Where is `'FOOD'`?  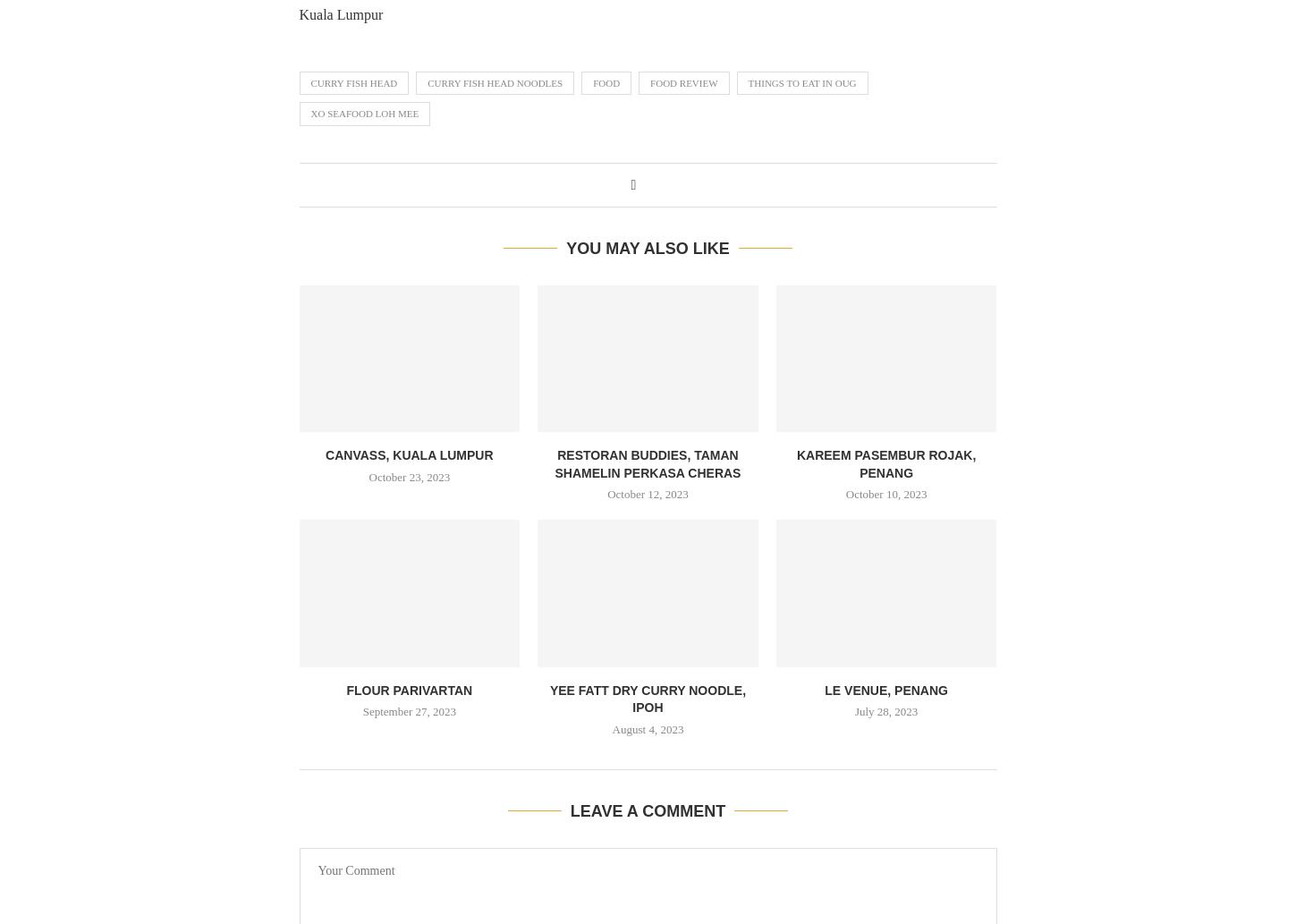
'FOOD' is located at coordinates (606, 82).